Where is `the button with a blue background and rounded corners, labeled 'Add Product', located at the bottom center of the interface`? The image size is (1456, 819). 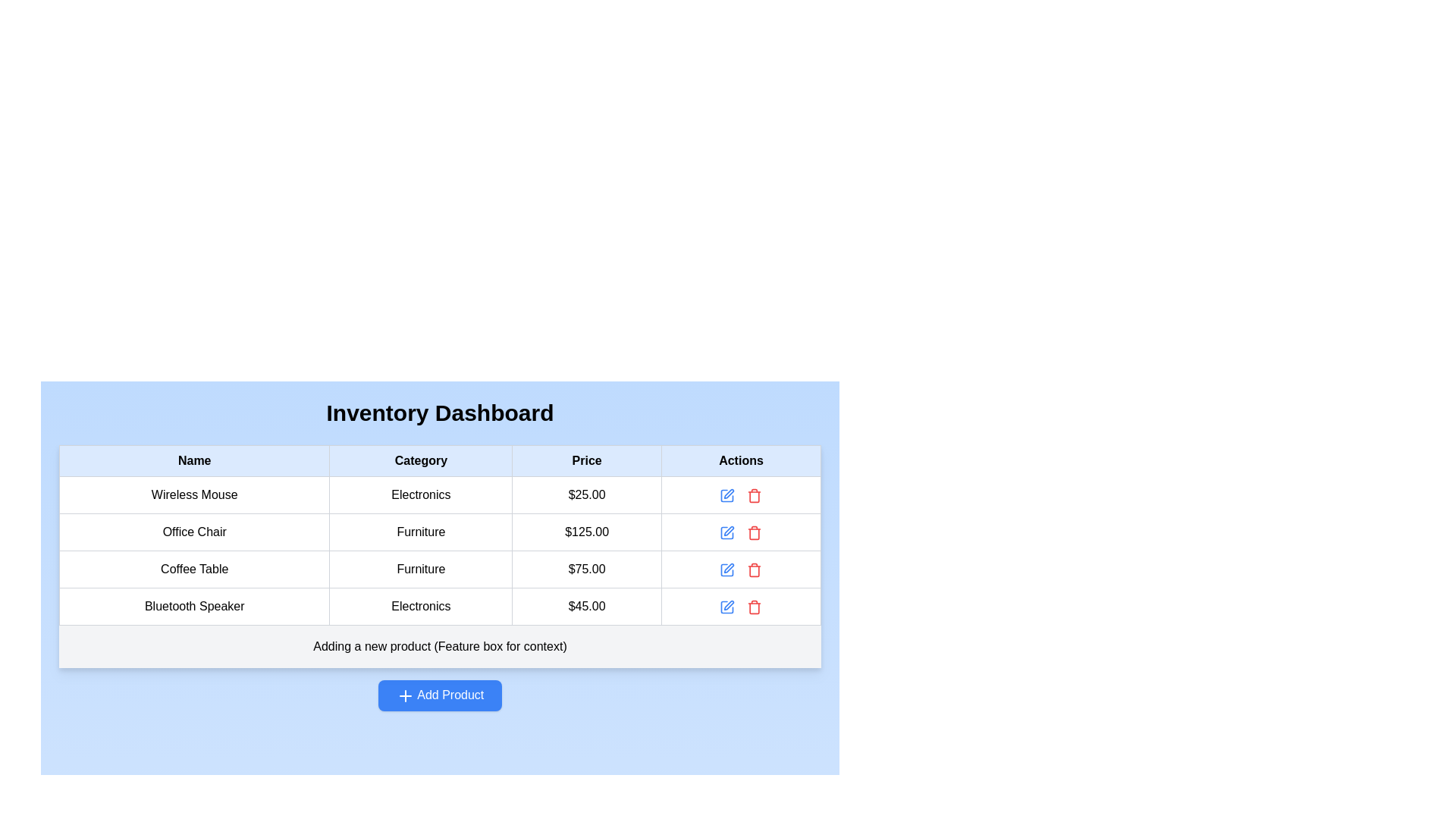
the button with a blue background and rounded corners, labeled 'Add Product', located at the bottom center of the interface is located at coordinates (439, 695).